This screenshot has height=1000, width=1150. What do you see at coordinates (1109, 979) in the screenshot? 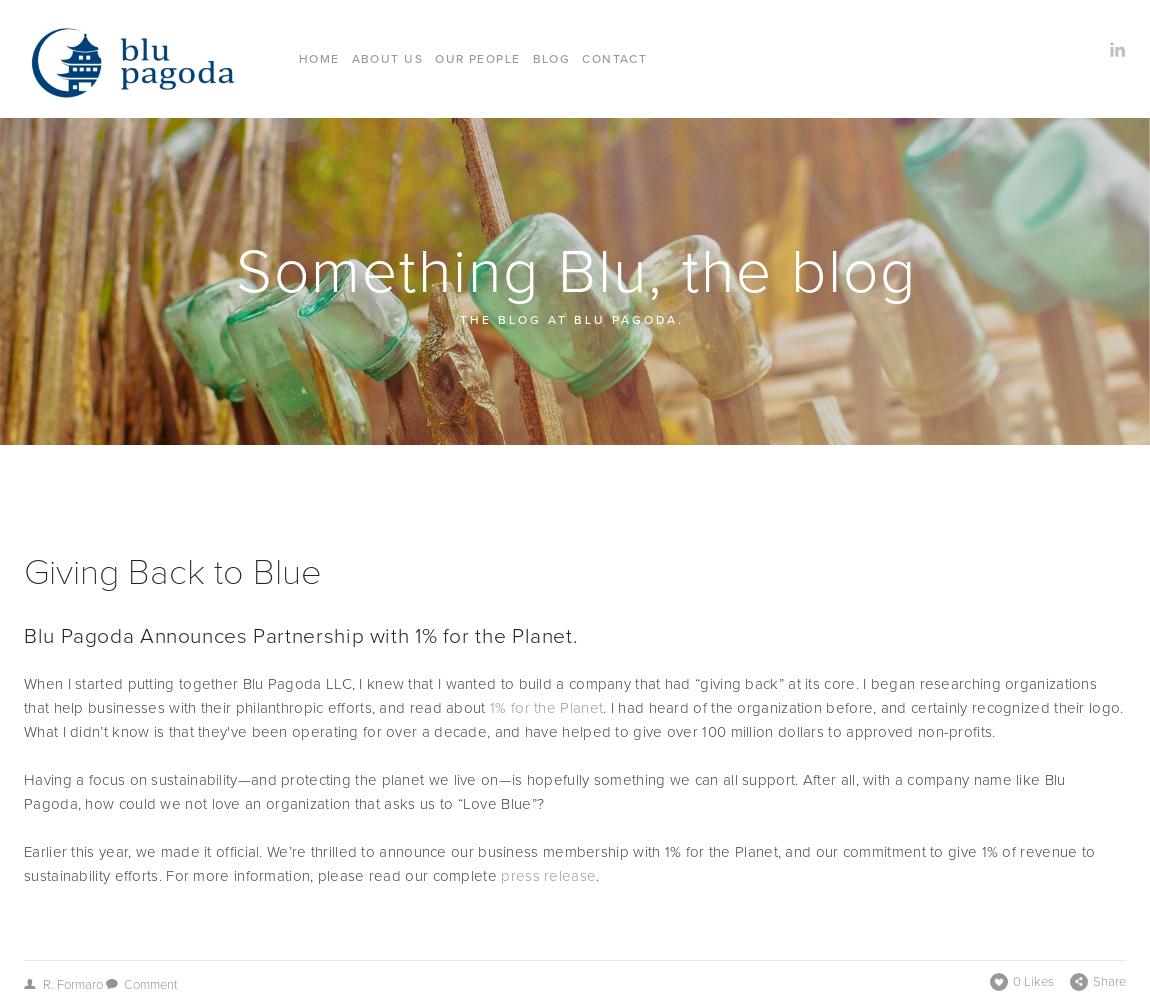
I see `'Share'` at bounding box center [1109, 979].